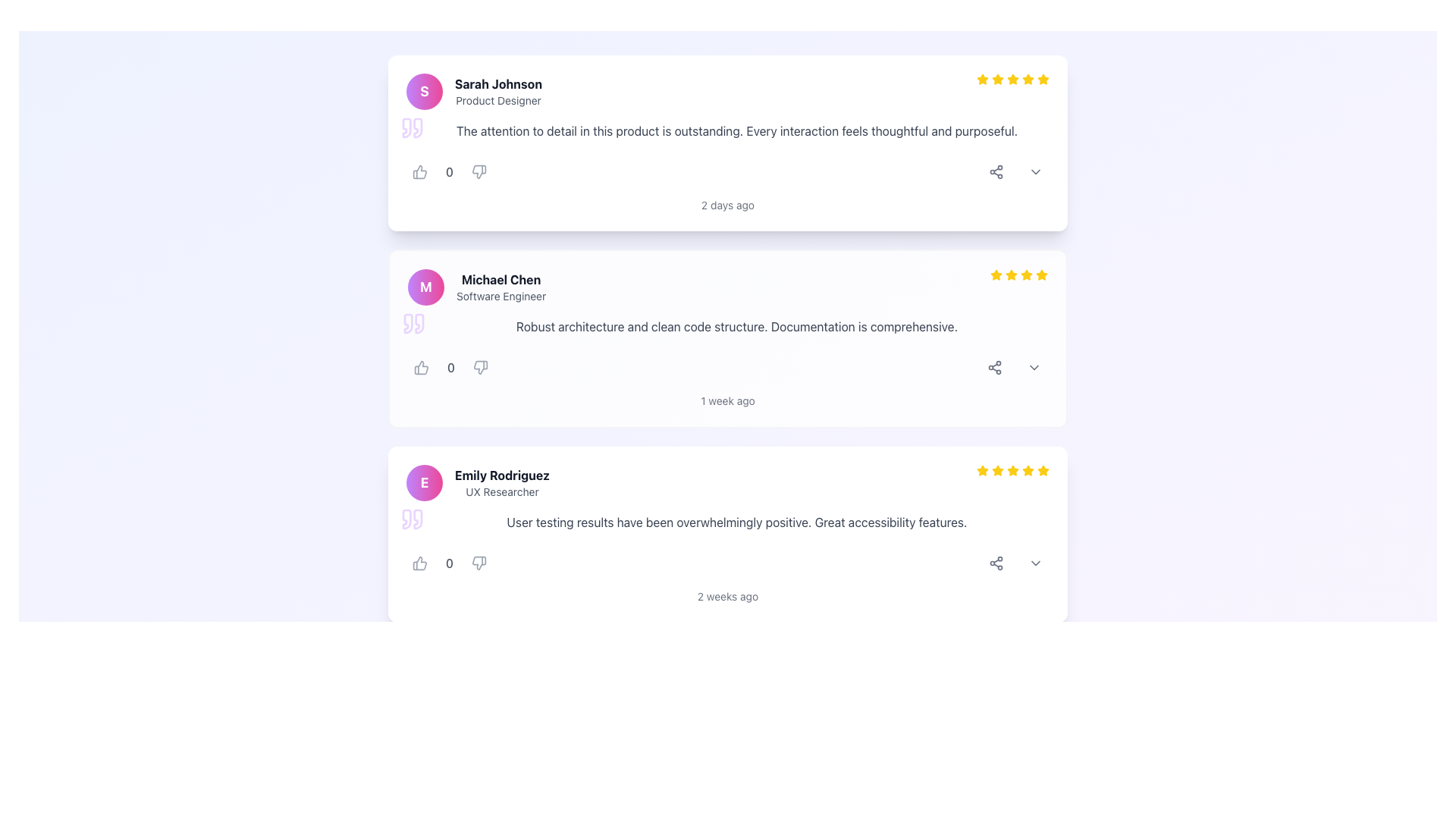  What do you see at coordinates (1028, 79) in the screenshot?
I see `the fifth rating star in the five-star review system to assign a five-star rating` at bounding box center [1028, 79].